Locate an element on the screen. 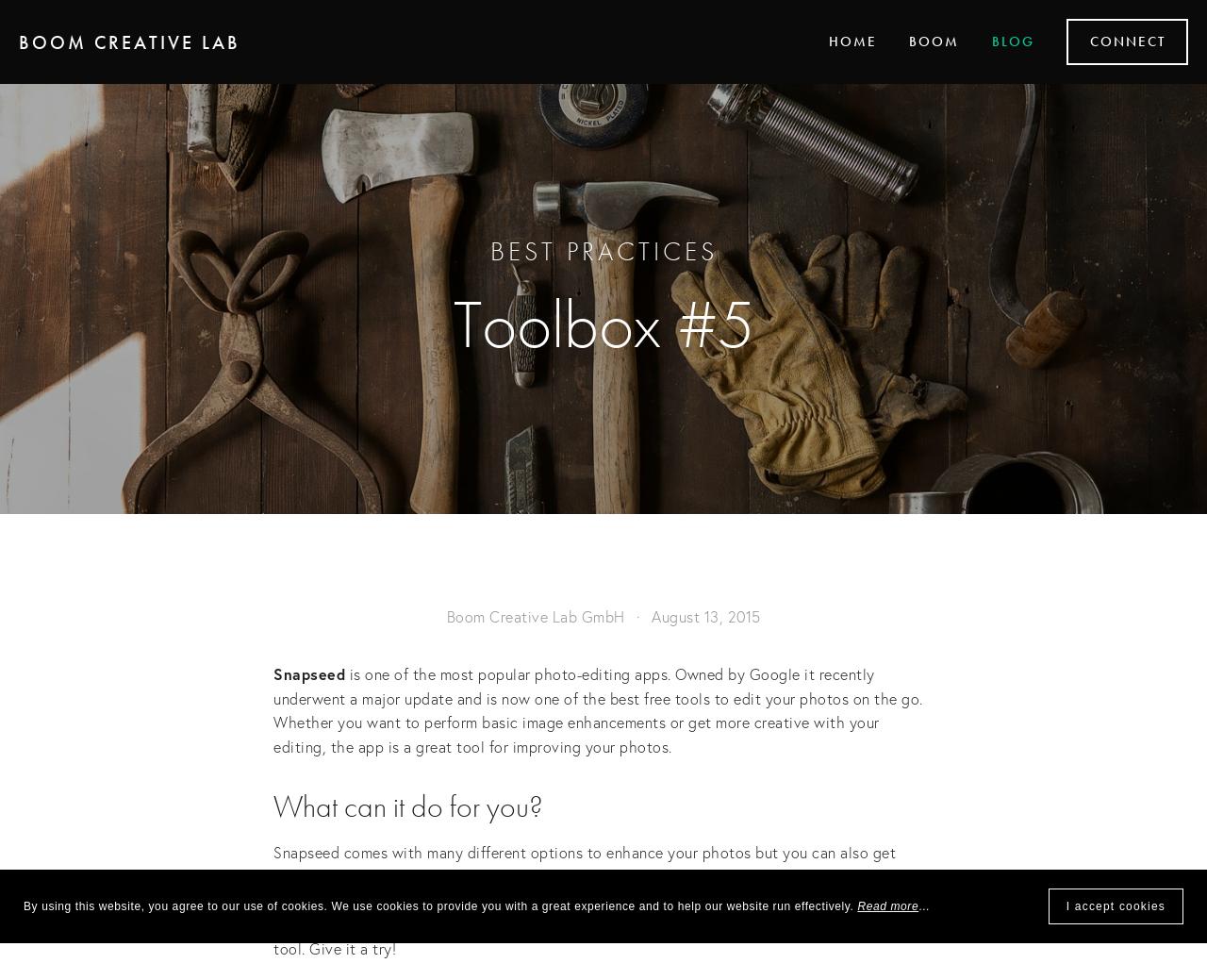 Image resolution: width=1207 pixels, height=980 pixels. 'By using this website, you agree to our use of cookies. We use cookies to provide you with a great experience and to help our website run effectively.' is located at coordinates (438, 905).